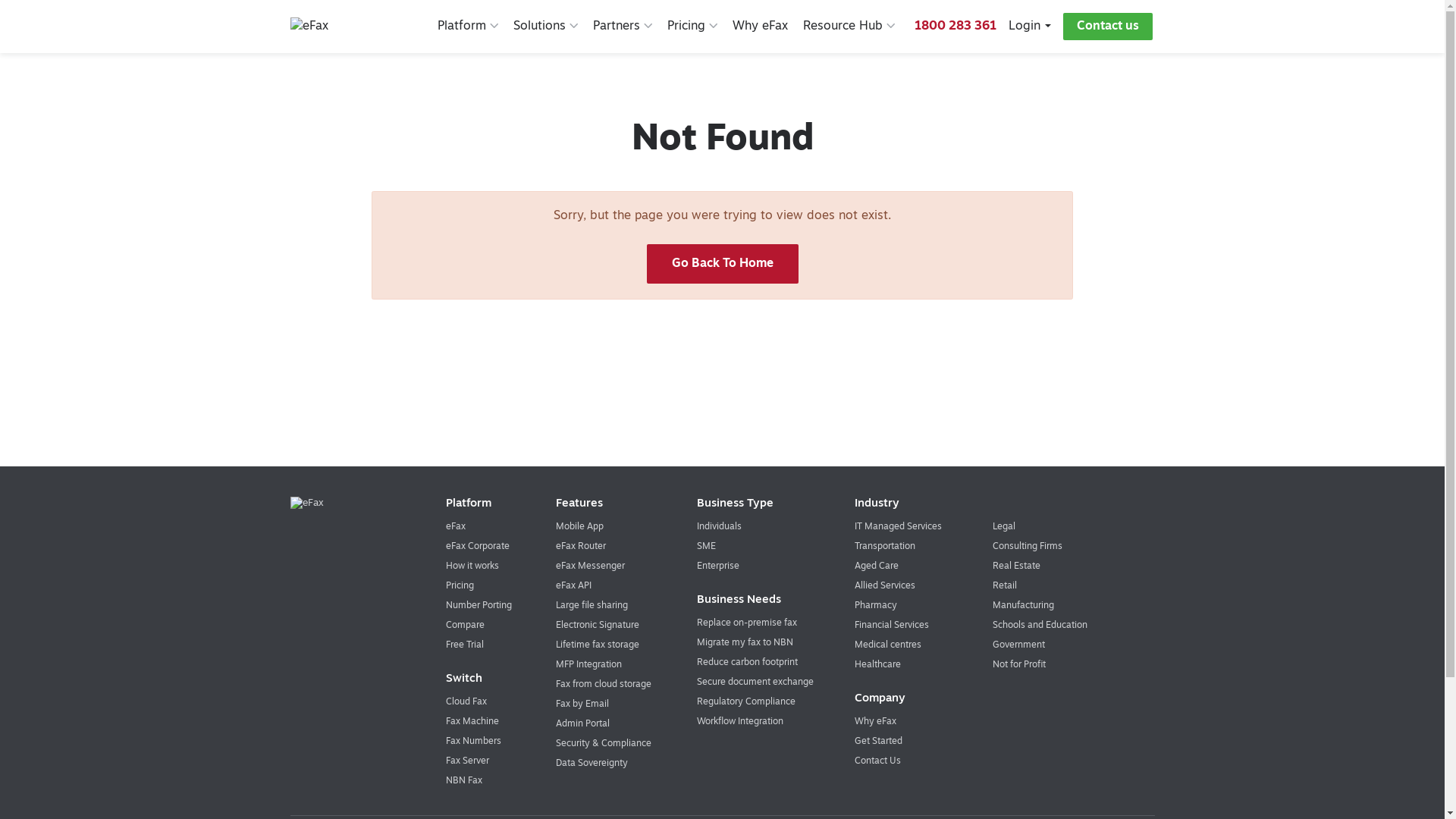 Image resolution: width=1456 pixels, height=819 pixels. What do you see at coordinates (1004, 585) in the screenshot?
I see `'Retail'` at bounding box center [1004, 585].